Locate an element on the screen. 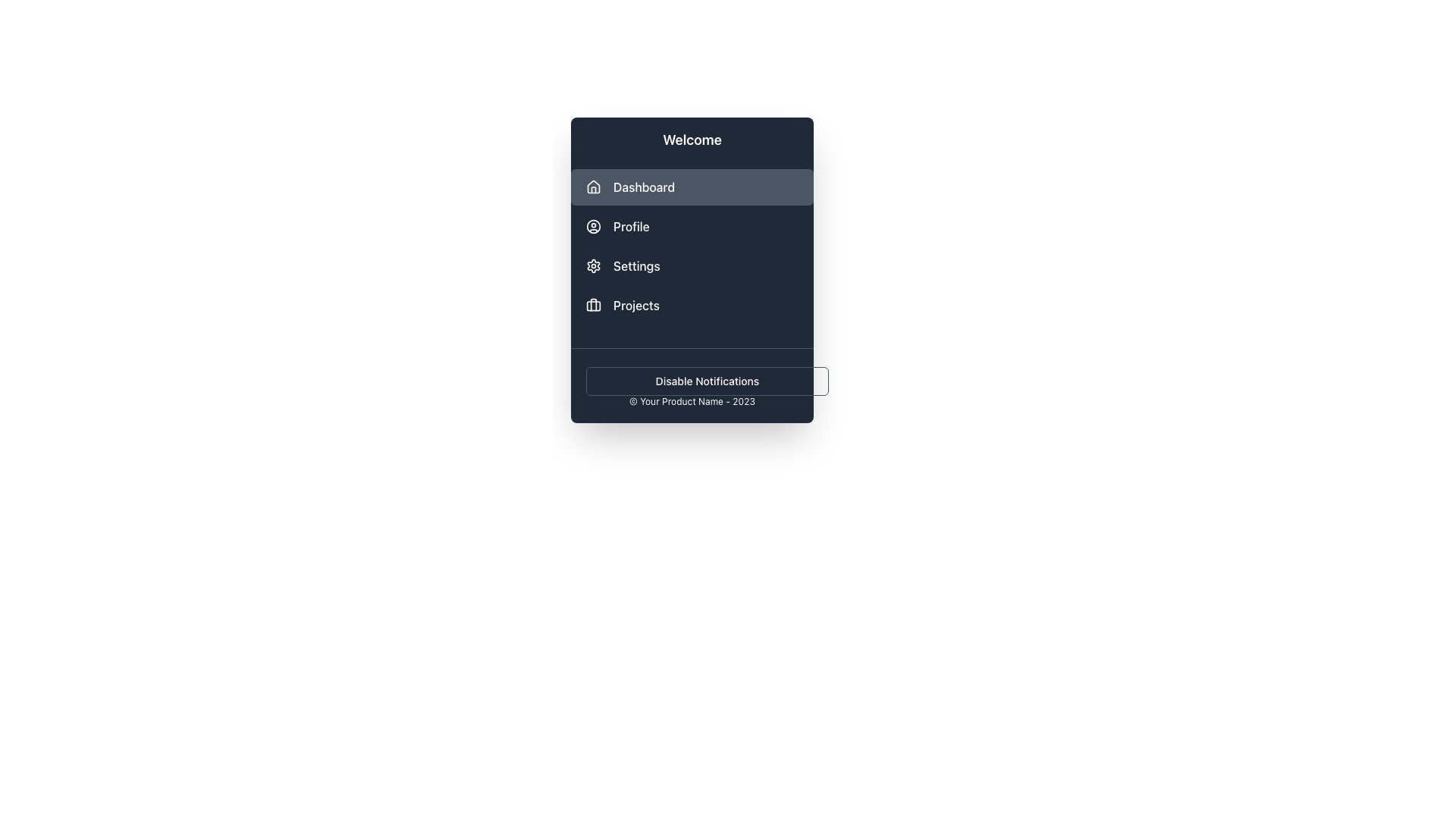 This screenshot has width=1456, height=819. the 'Settings' text label, which is displayed in white on a dark background and positioned to the right of a gear icon in the sidebar menu is located at coordinates (636, 265).